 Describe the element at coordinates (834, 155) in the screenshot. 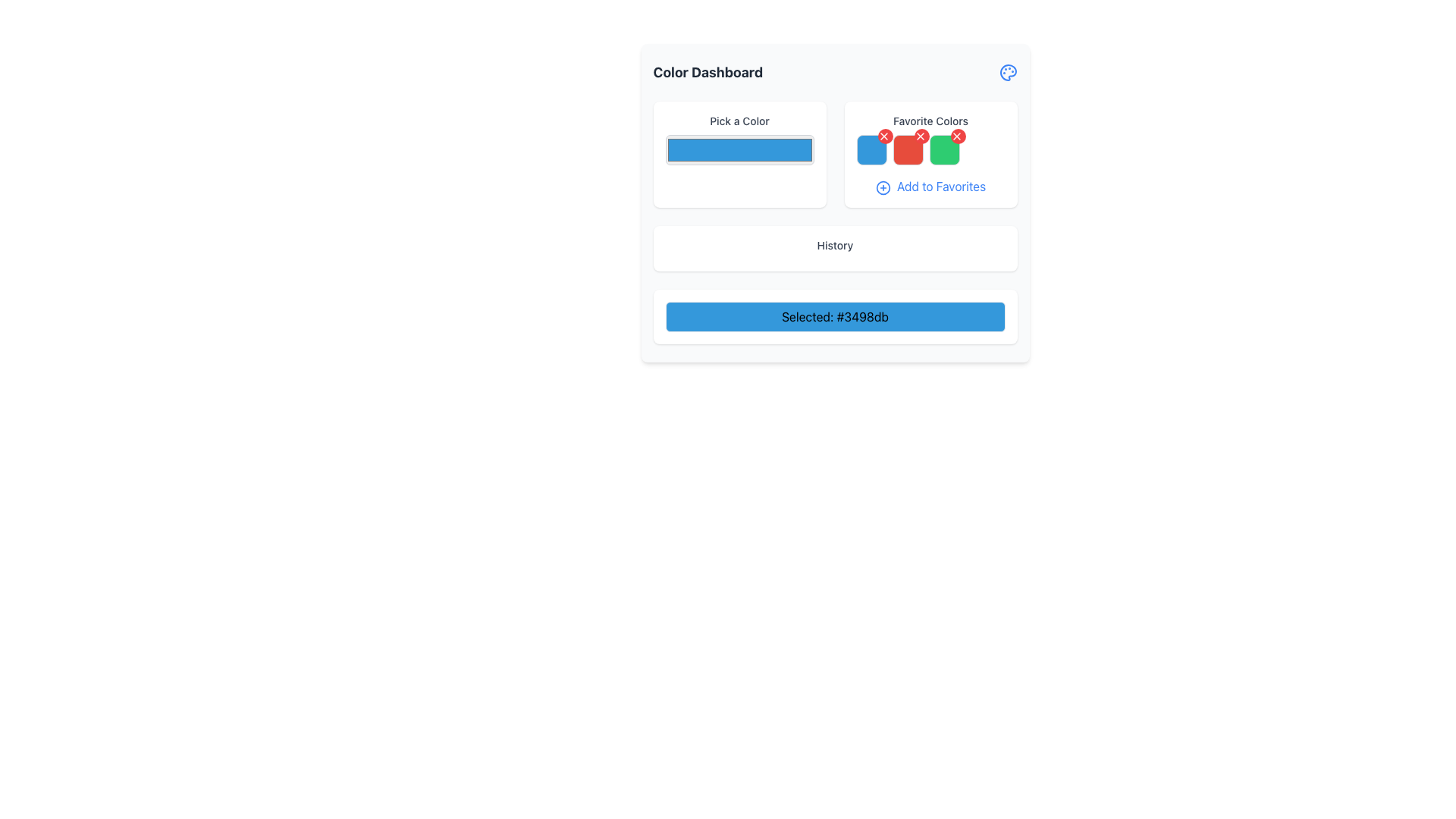

I see `the 'Add to Favorites' link located below the colored squares in the 'Favorite Colors' section of the 'Color Dashboard'` at that location.